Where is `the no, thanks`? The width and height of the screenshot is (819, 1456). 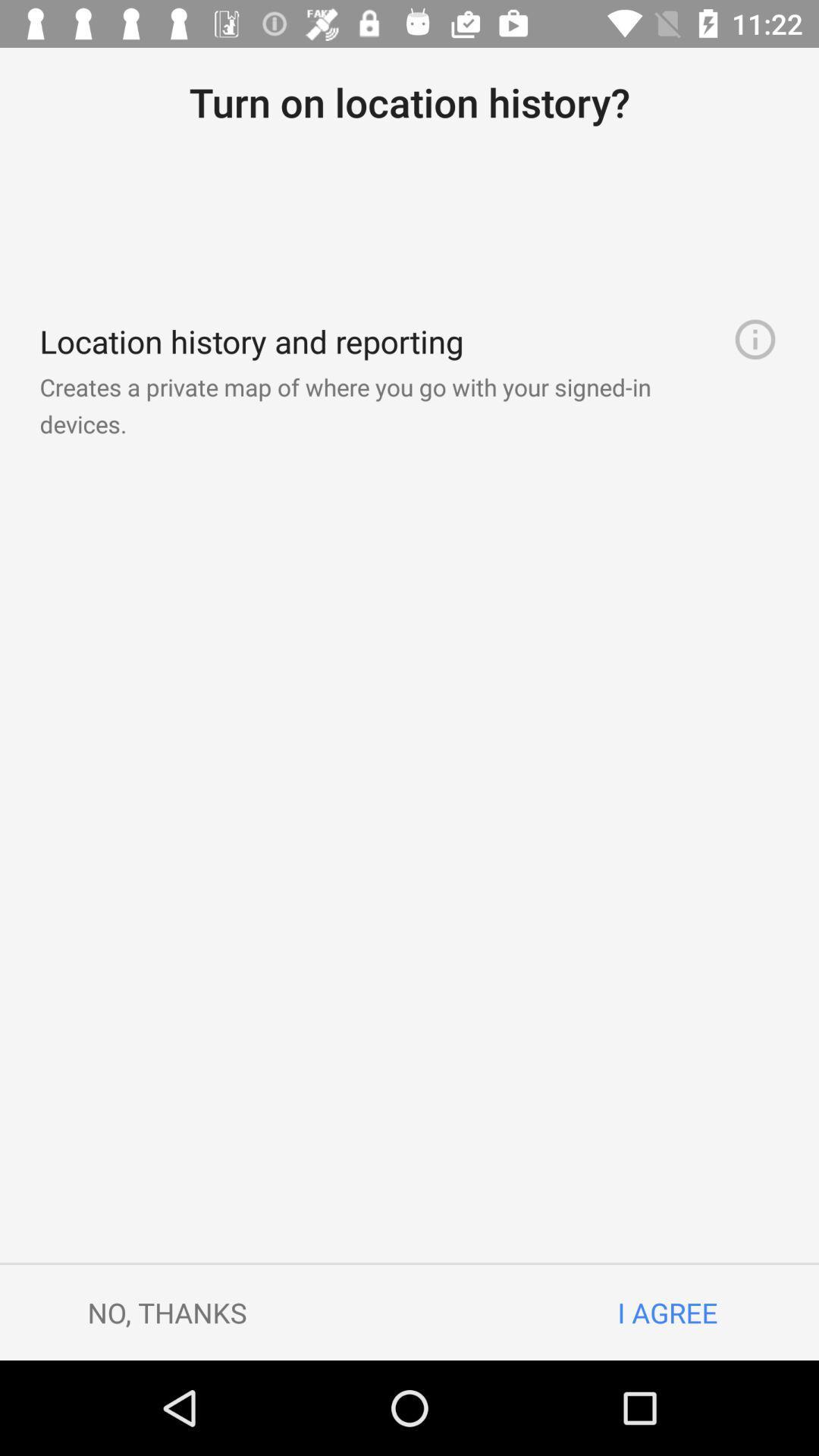
the no, thanks is located at coordinates (167, 1312).